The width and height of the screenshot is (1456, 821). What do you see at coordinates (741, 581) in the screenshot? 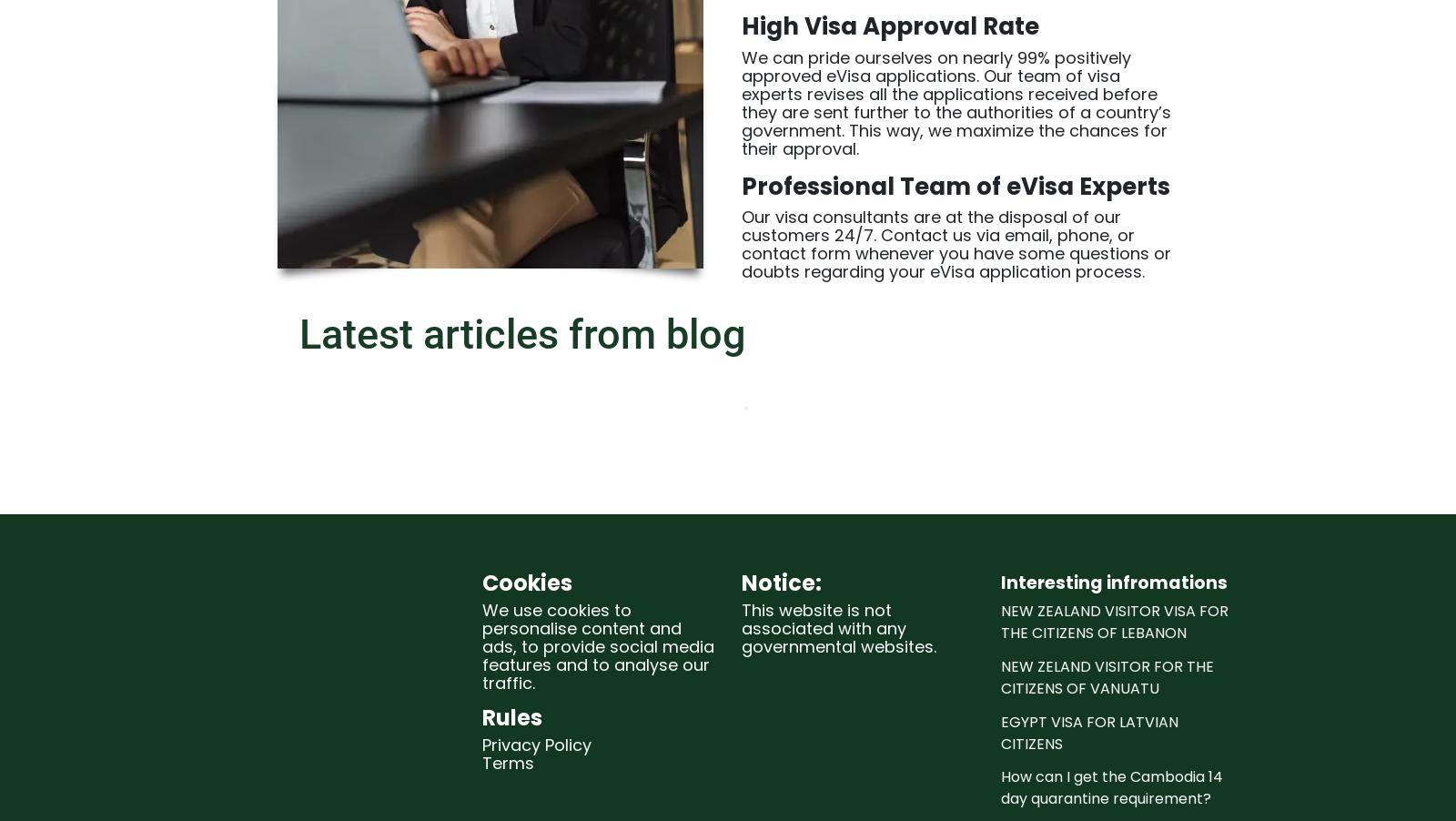
I see `'Notice:'` at bounding box center [741, 581].